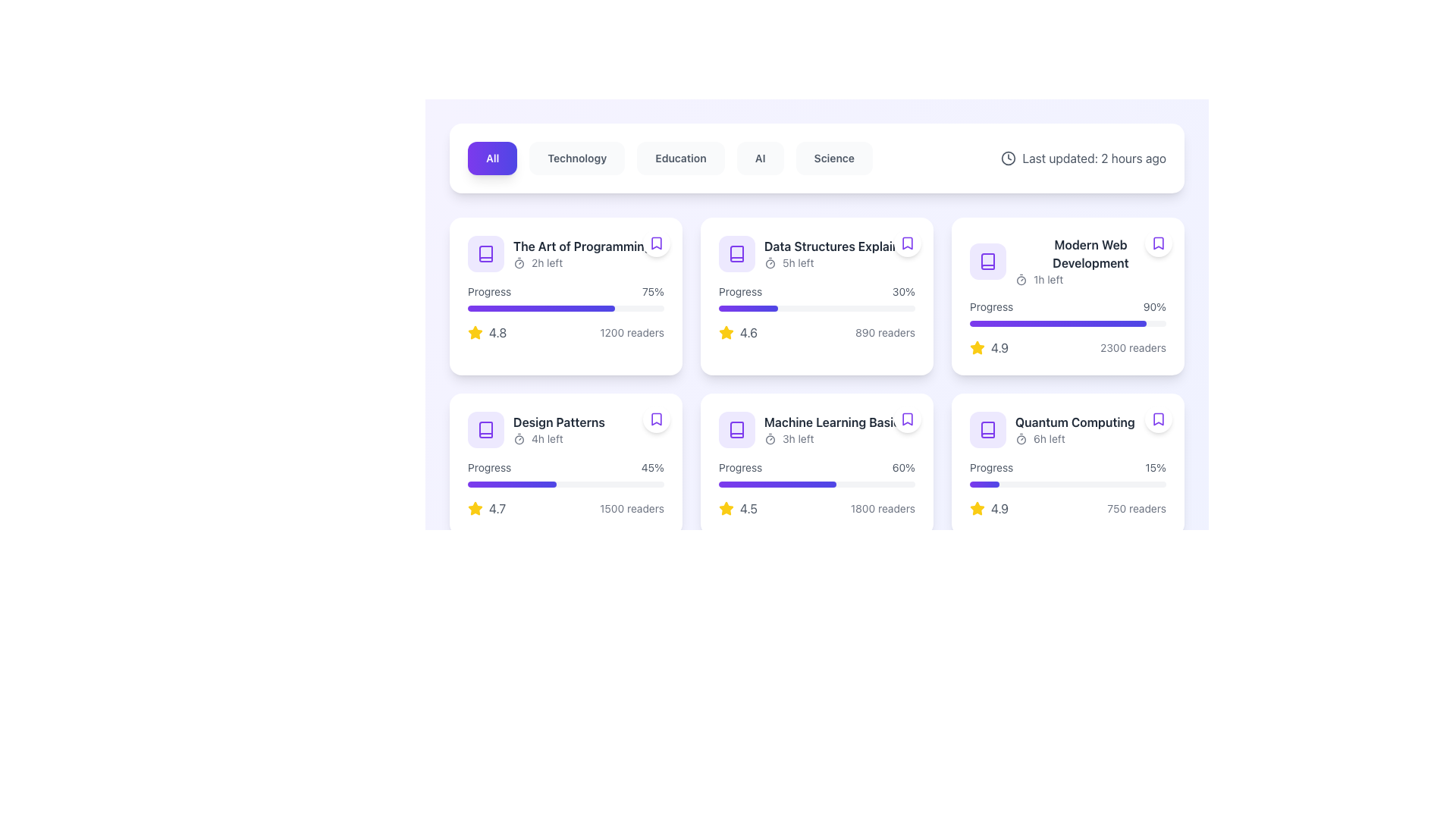  What do you see at coordinates (1067, 430) in the screenshot?
I see `the 'Quantum Computing' header text, which is bold and dark grey, located to the right of a violet book icon` at bounding box center [1067, 430].